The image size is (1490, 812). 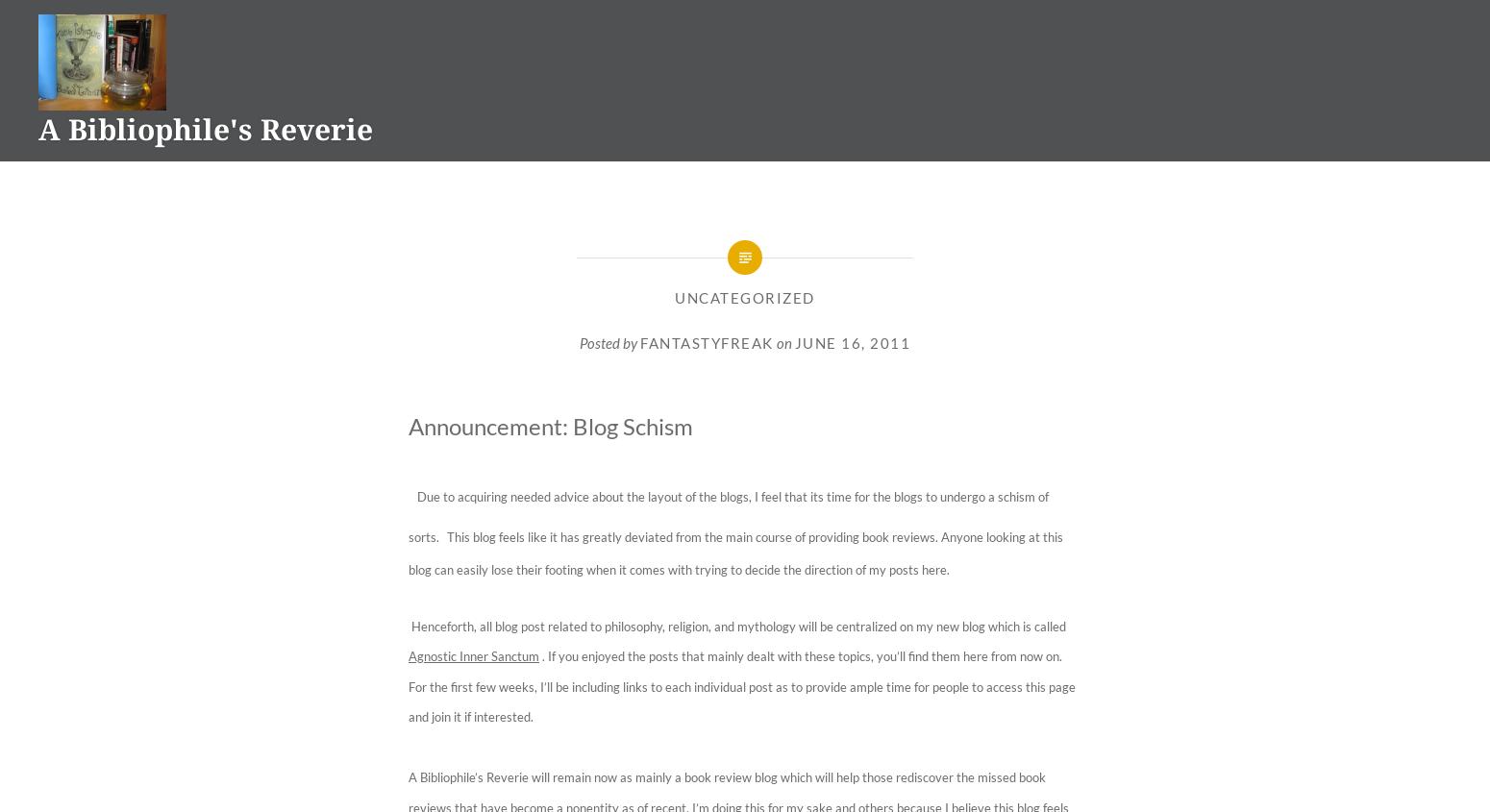 What do you see at coordinates (742, 685) in the screenshot?
I see `'. If you enjoyed the posts that mainly dealt with these topics, you’ll find them here from now on. For the first few weeks, I’ll be including links to each individual post as to provide ample time for people to access this page and join it if interested.'` at bounding box center [742, 685].